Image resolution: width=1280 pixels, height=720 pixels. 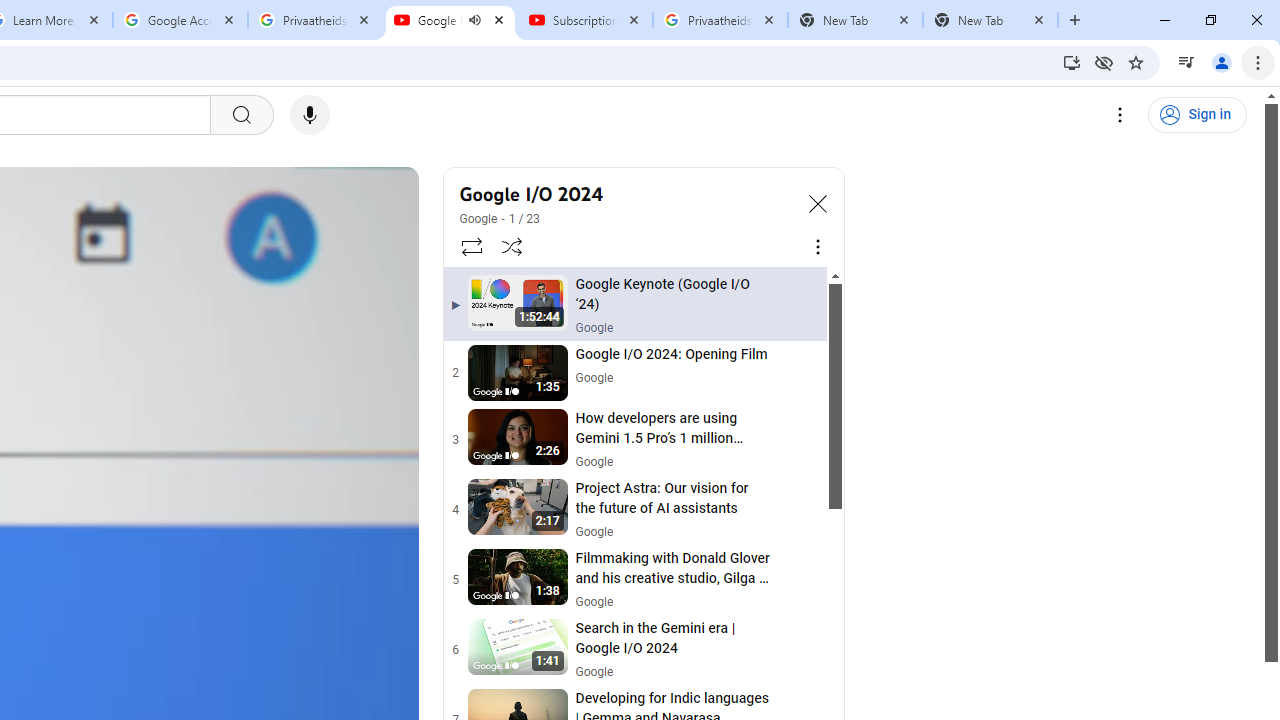 I want to click on 'Loop playlist', so click(x=470, y=245).